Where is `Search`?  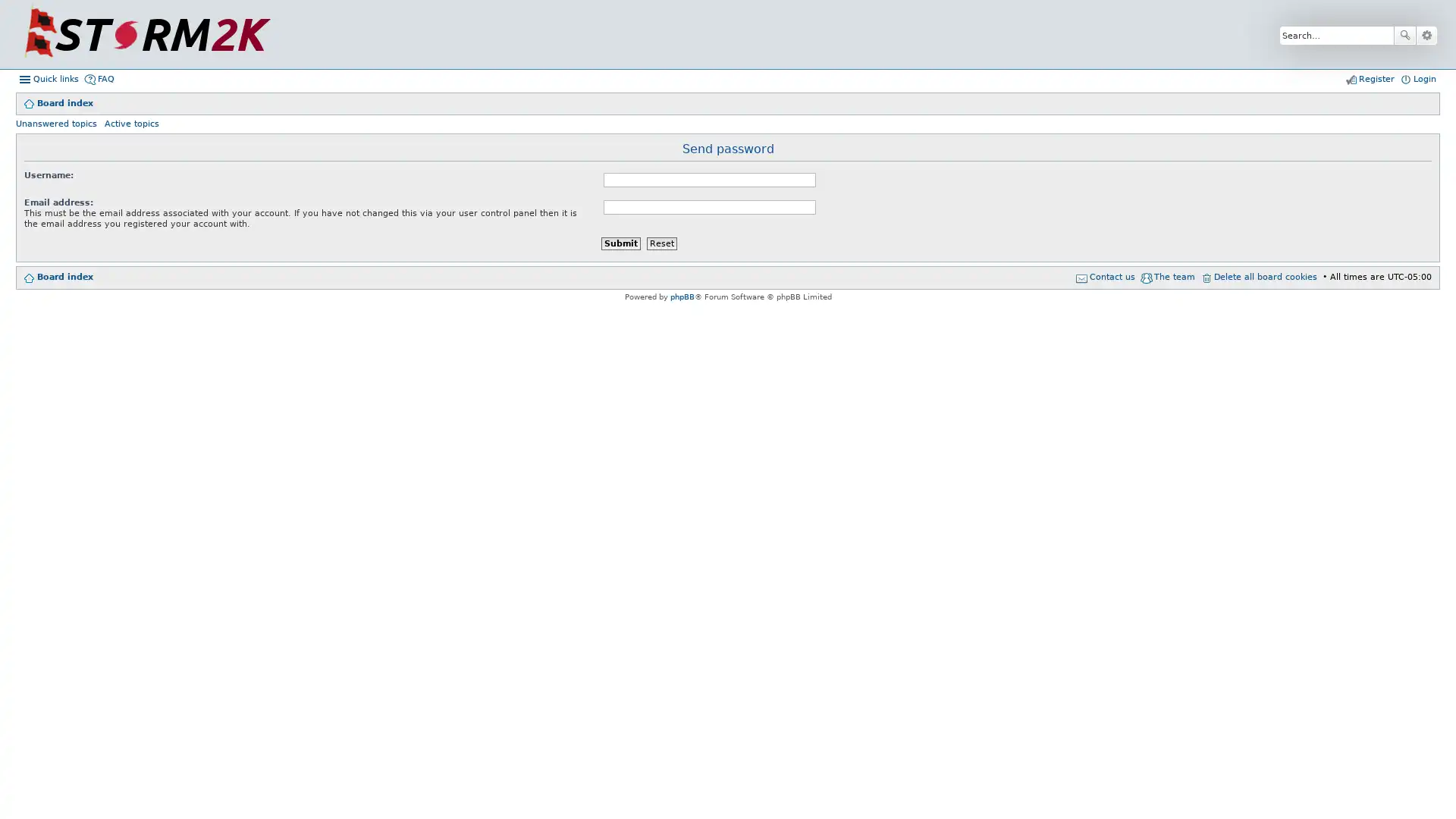 Search is located at coordinates (1404, 34).